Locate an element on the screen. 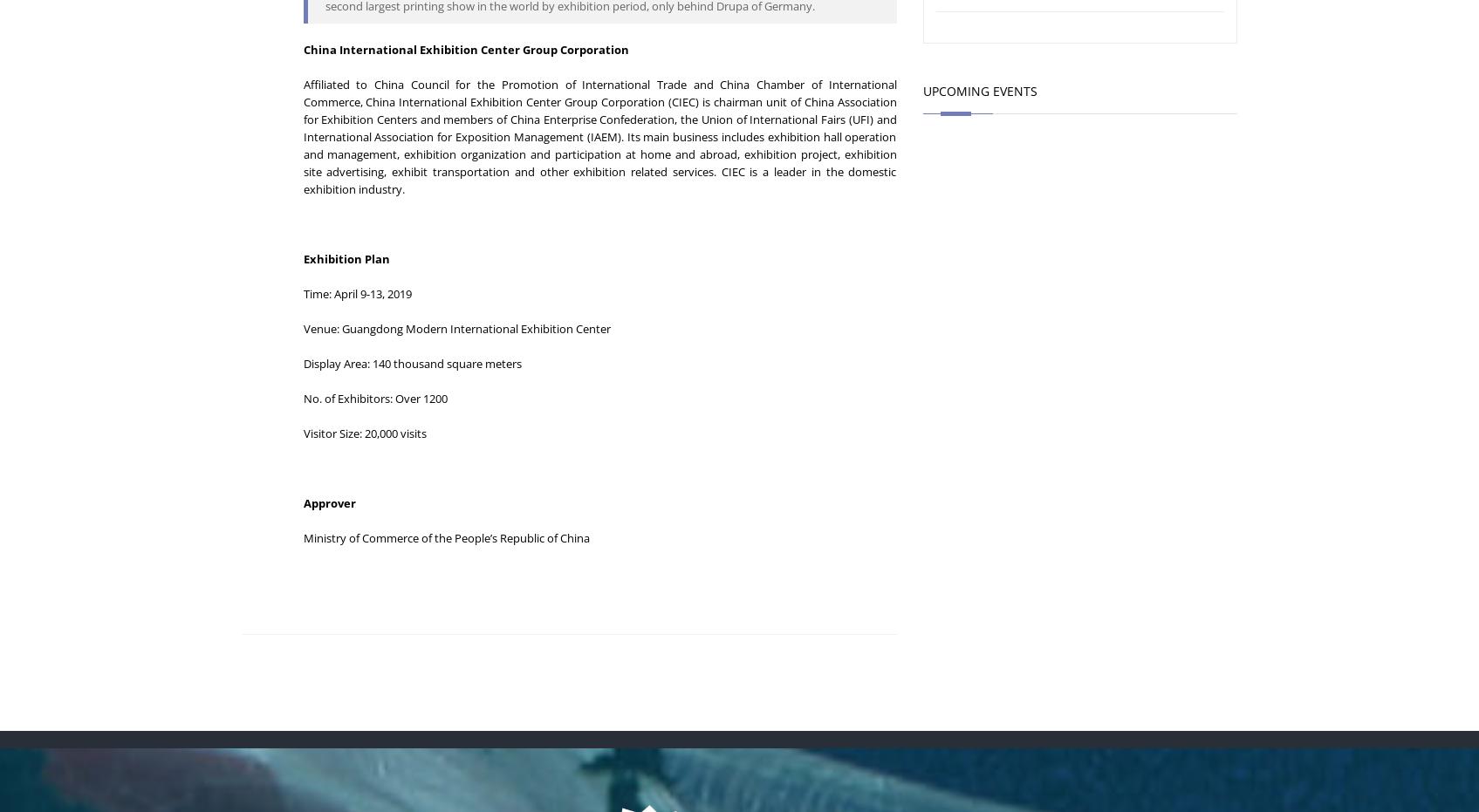 This screenshot has height=812, width=1479. 'Exhibition Plan' is located at coordinates (346, 256).